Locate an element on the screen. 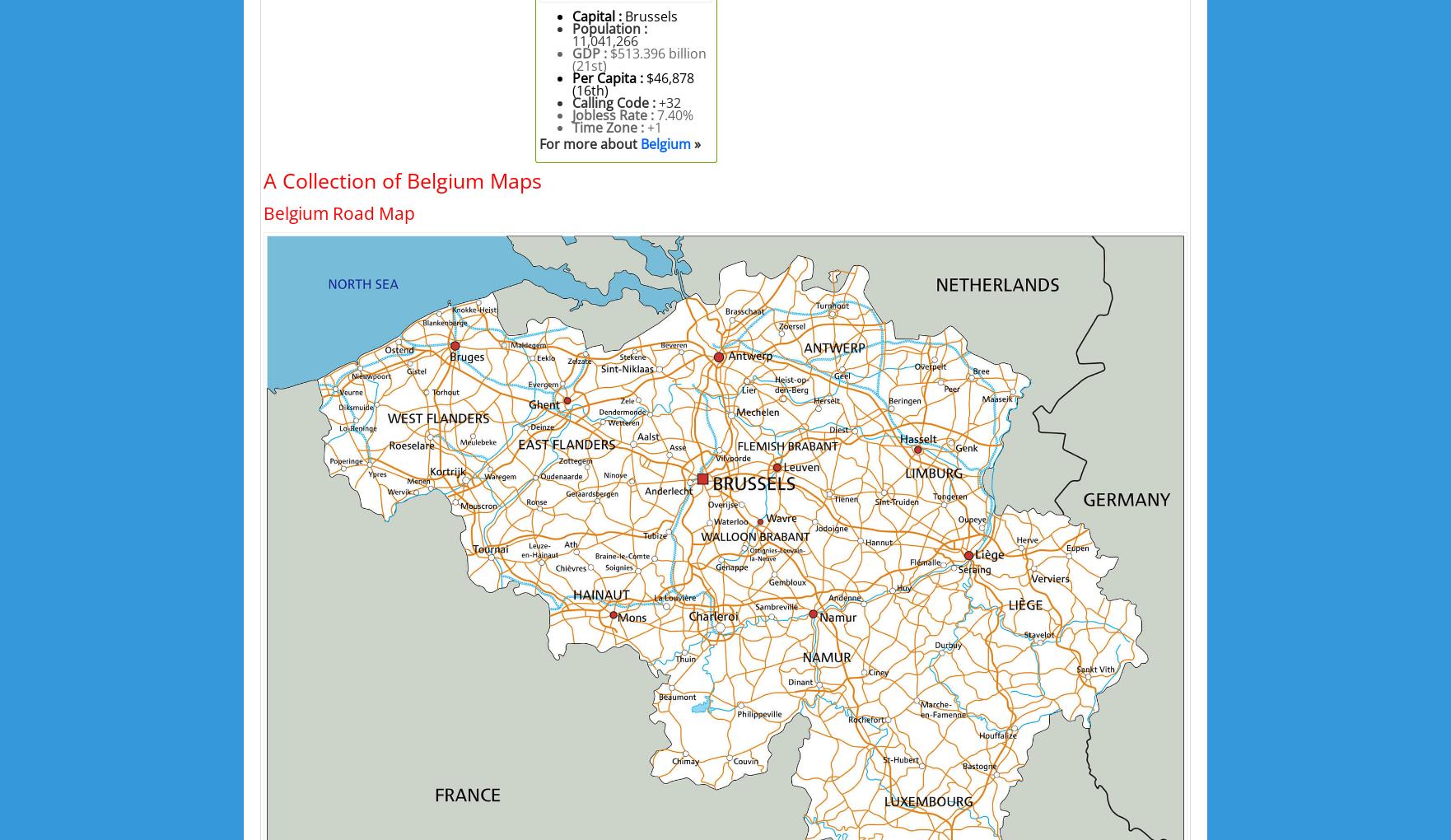 The height and width of the screenshot is (840, 1451). '+1' is located at coordinates (646, 127).